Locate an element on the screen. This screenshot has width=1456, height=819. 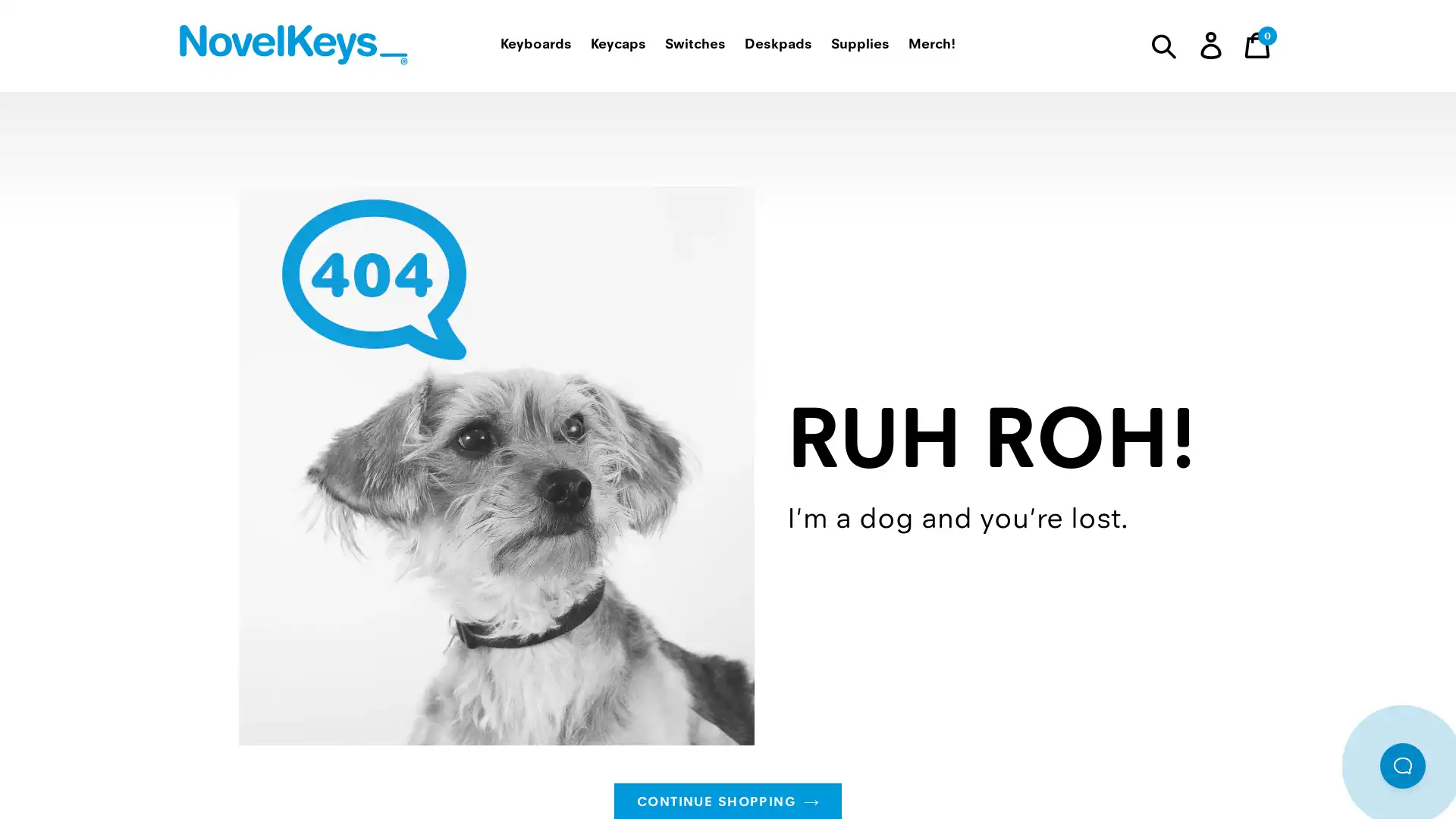
Submit is located at coordinates (1163, 44).